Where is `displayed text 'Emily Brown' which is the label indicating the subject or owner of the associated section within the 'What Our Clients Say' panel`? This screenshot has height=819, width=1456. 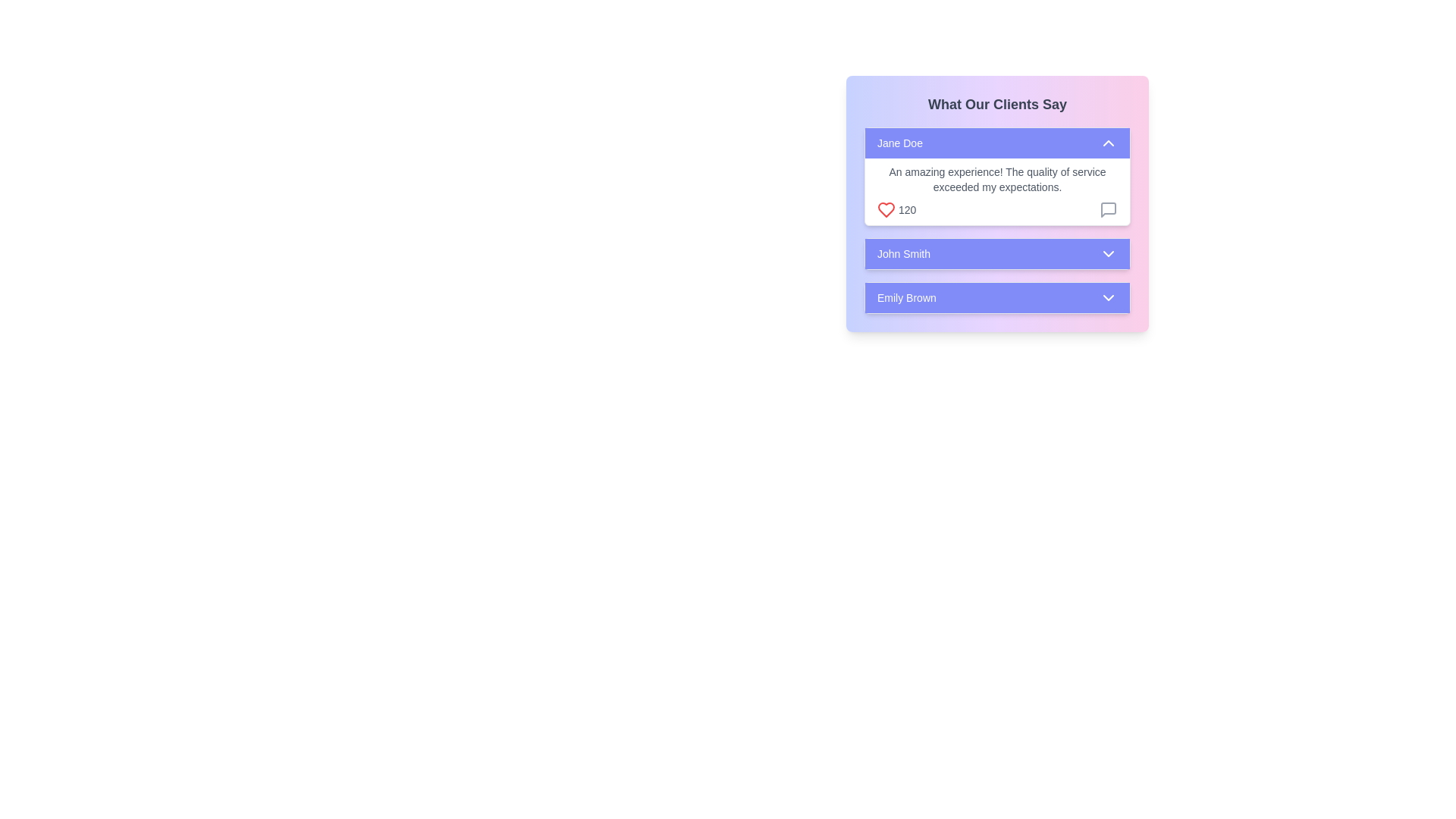 displayed text 'Emily Brown' which is the label indicating the subject or owner of the associated section within the 'What Our Clients Say' panel is located at coordinates (906, 298).